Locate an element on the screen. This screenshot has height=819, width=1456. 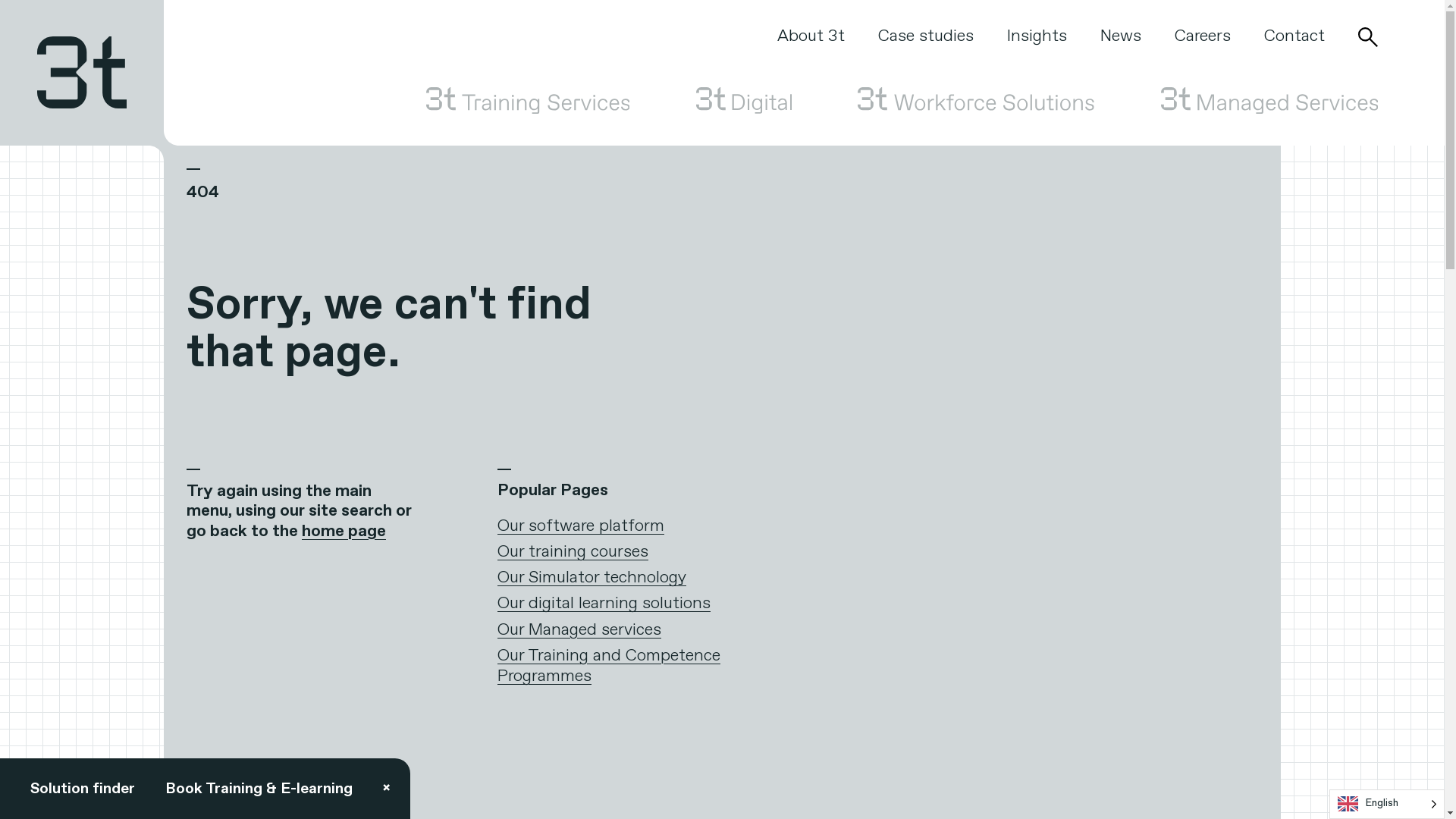
'Contact' is located at coordinates (1294, 35).